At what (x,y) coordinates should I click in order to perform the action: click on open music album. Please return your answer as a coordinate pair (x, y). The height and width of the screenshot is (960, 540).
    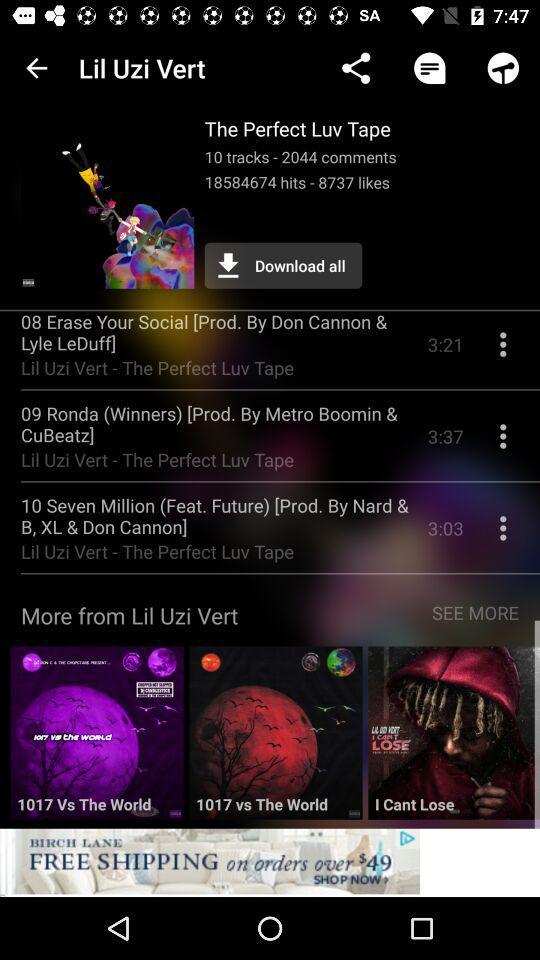
    Looking at the image, I should click on (96, 739).